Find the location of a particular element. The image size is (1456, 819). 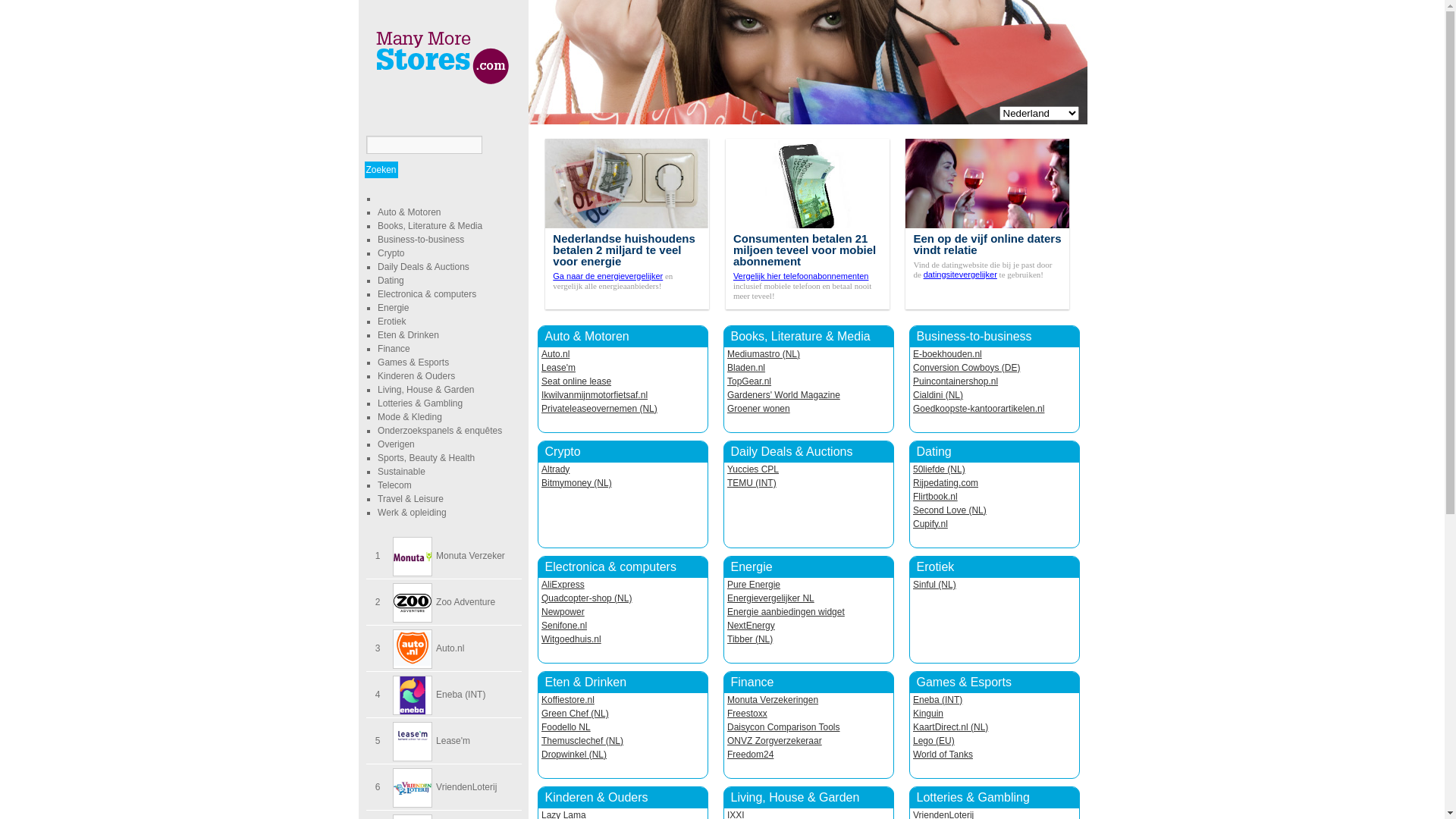

'Tibber (NL)' is located at coordinates (749, 639).